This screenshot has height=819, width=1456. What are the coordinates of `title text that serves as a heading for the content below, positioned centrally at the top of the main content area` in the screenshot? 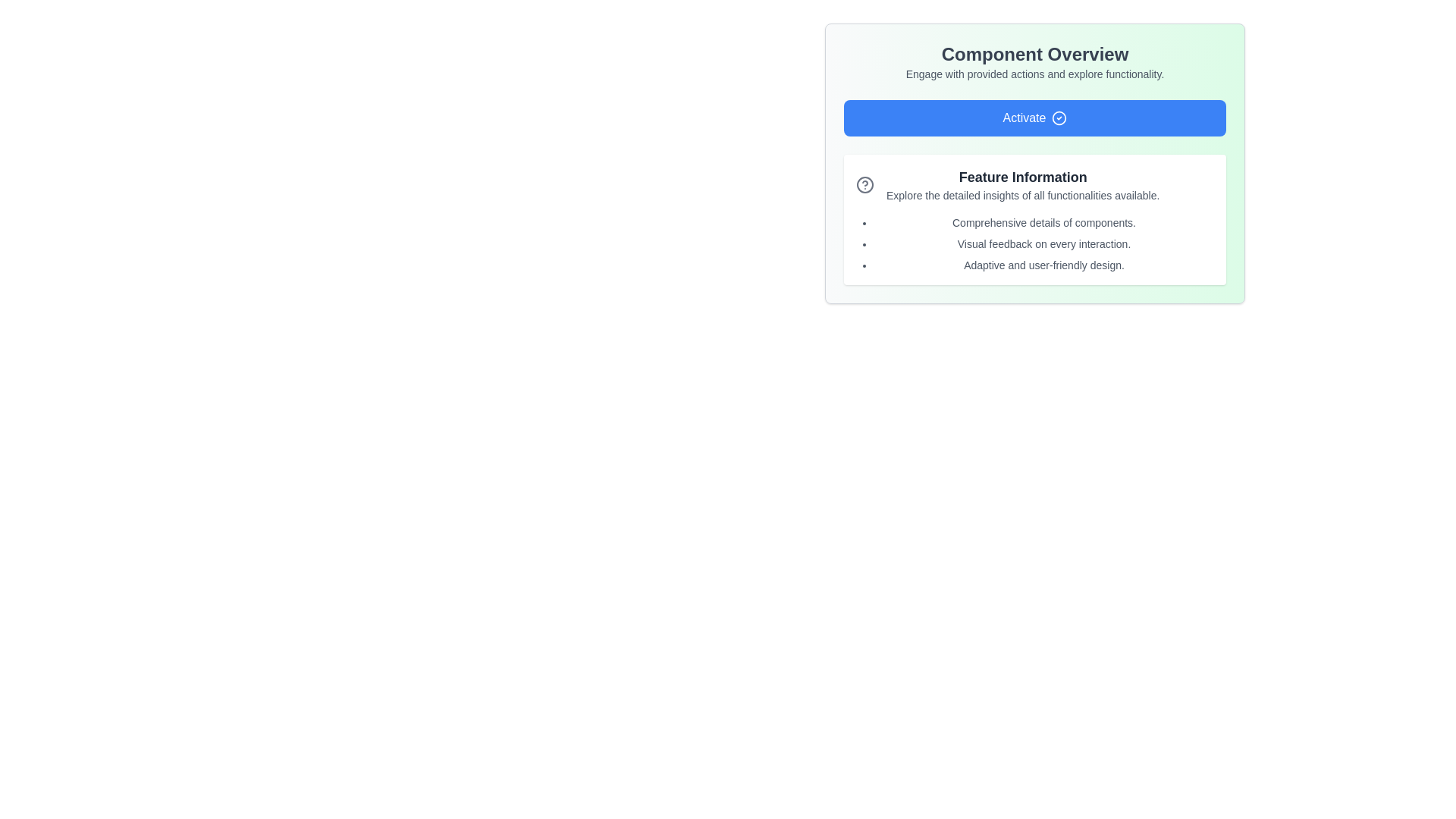 It's located at (1034, 54).